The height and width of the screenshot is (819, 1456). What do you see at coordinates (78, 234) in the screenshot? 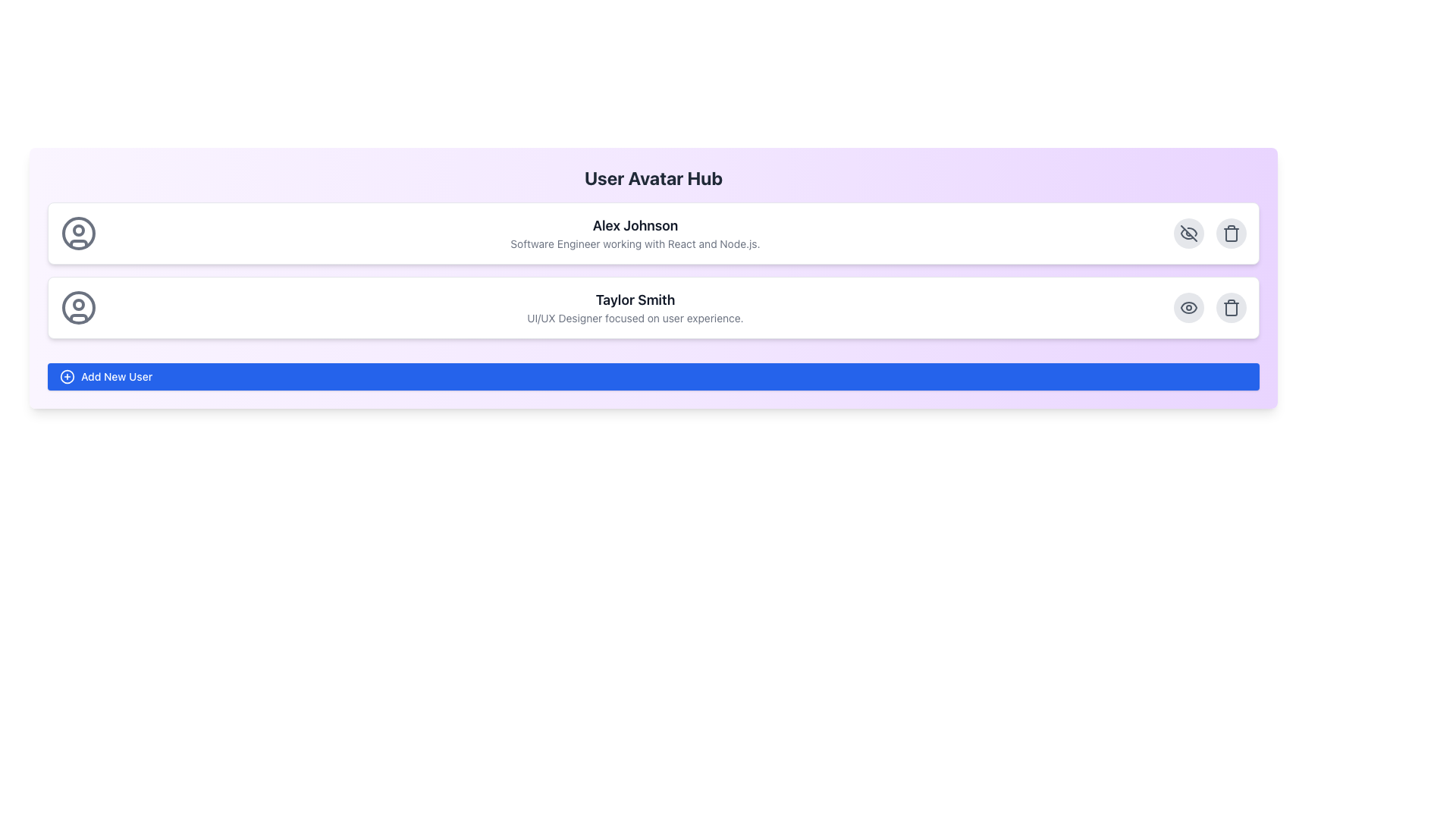
I see `the outermost circular contour of the user avatar icon located to the left of the text 'Alex Johnson'` at bounding box center [78, 234].